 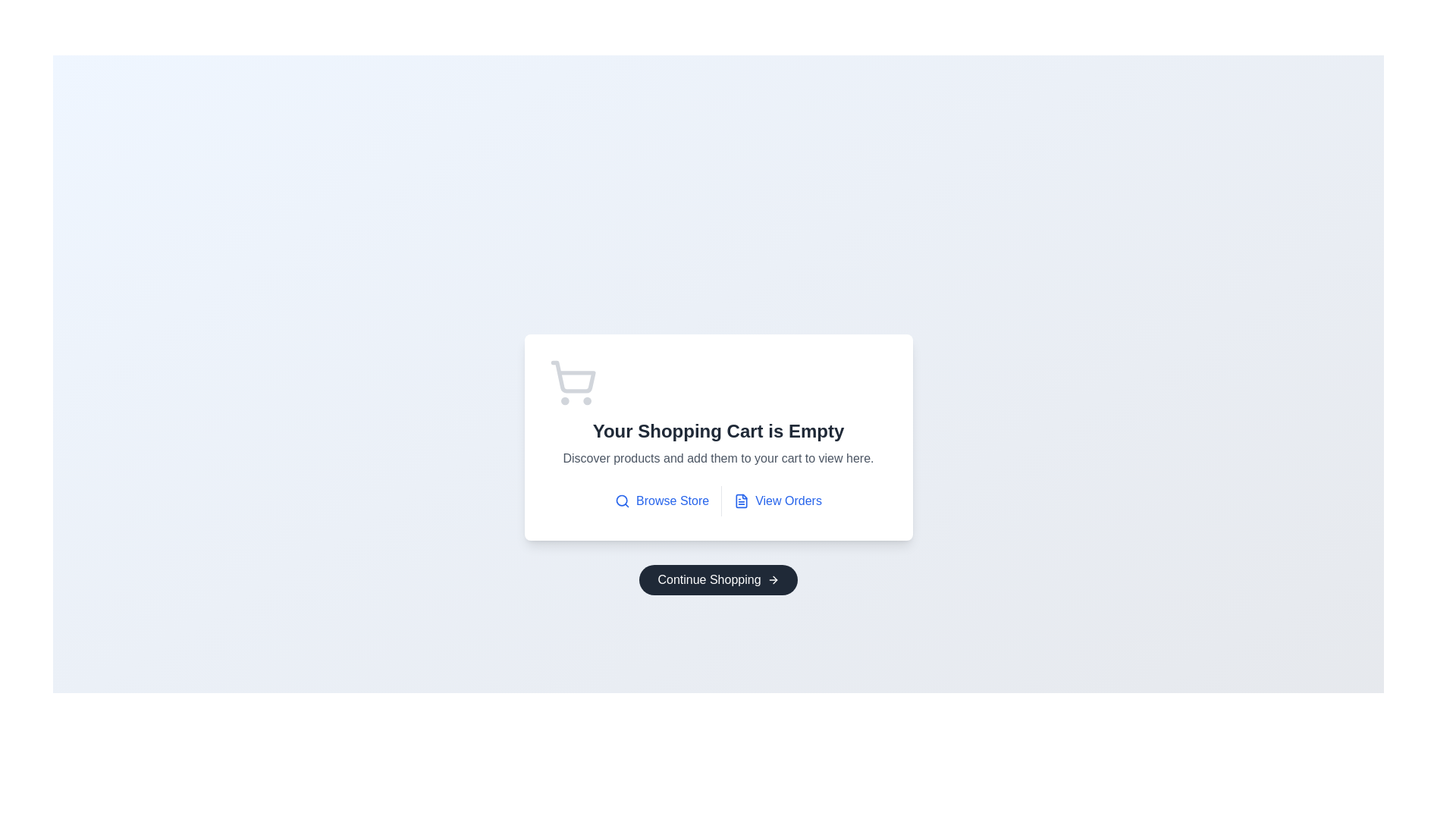 I want to click on the 'This Text link' navigation link in the user interface, so click(x=789, y=500).